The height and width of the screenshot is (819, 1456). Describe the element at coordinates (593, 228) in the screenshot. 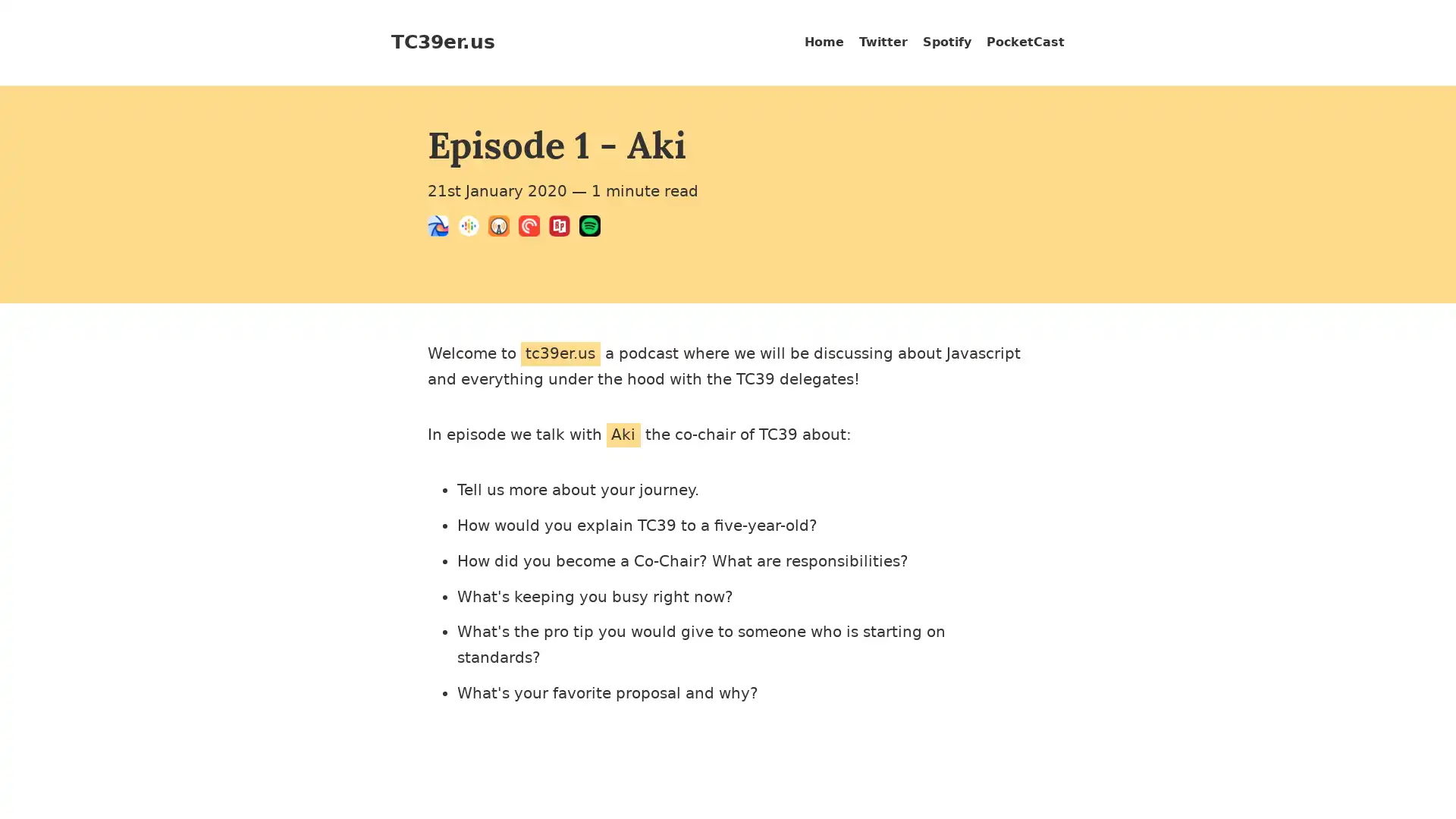

I see `Spotify Logo` at that location.